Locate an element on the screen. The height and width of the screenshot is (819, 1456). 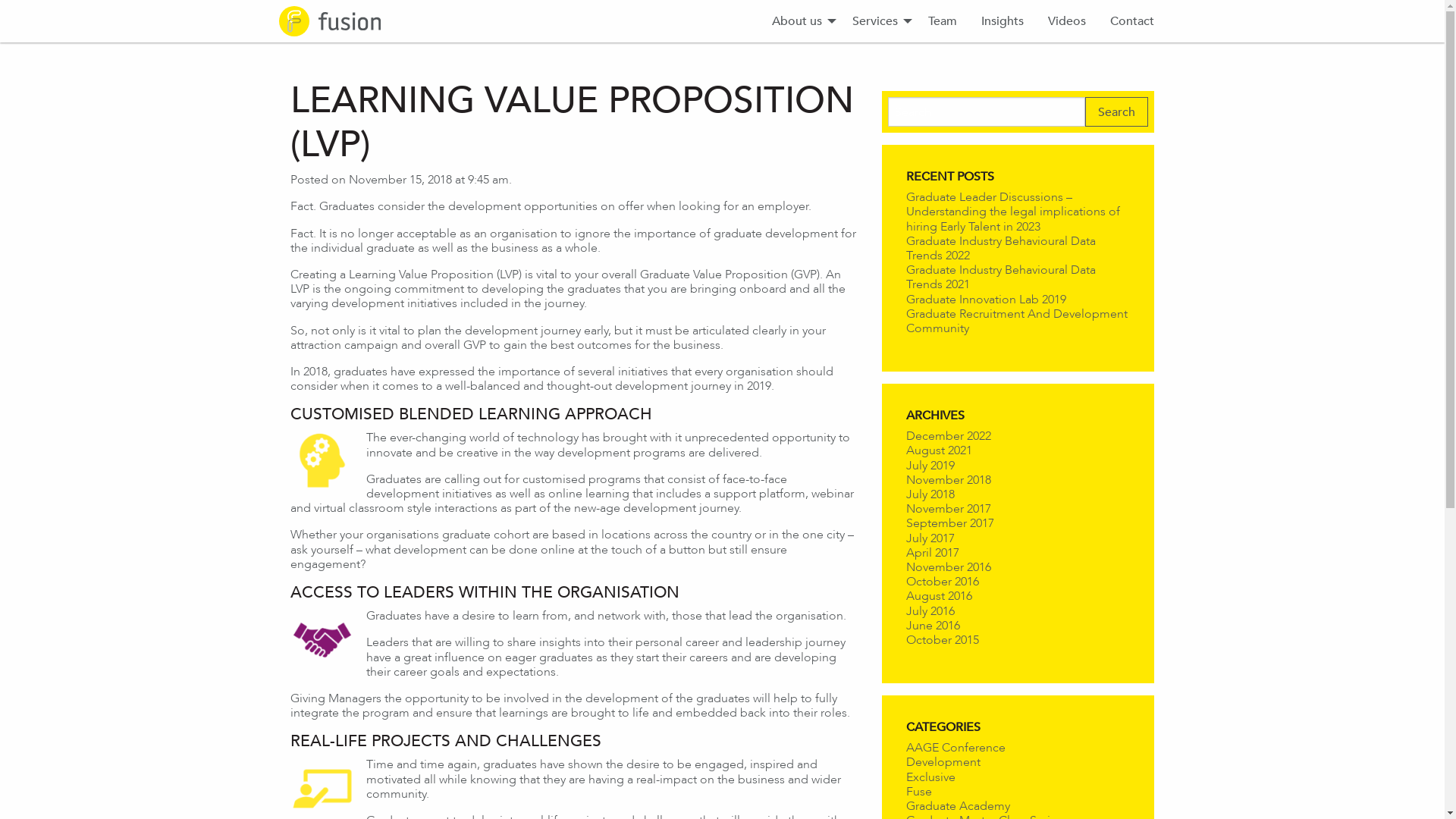
'July 2017' is located at coordinates (928, 537).